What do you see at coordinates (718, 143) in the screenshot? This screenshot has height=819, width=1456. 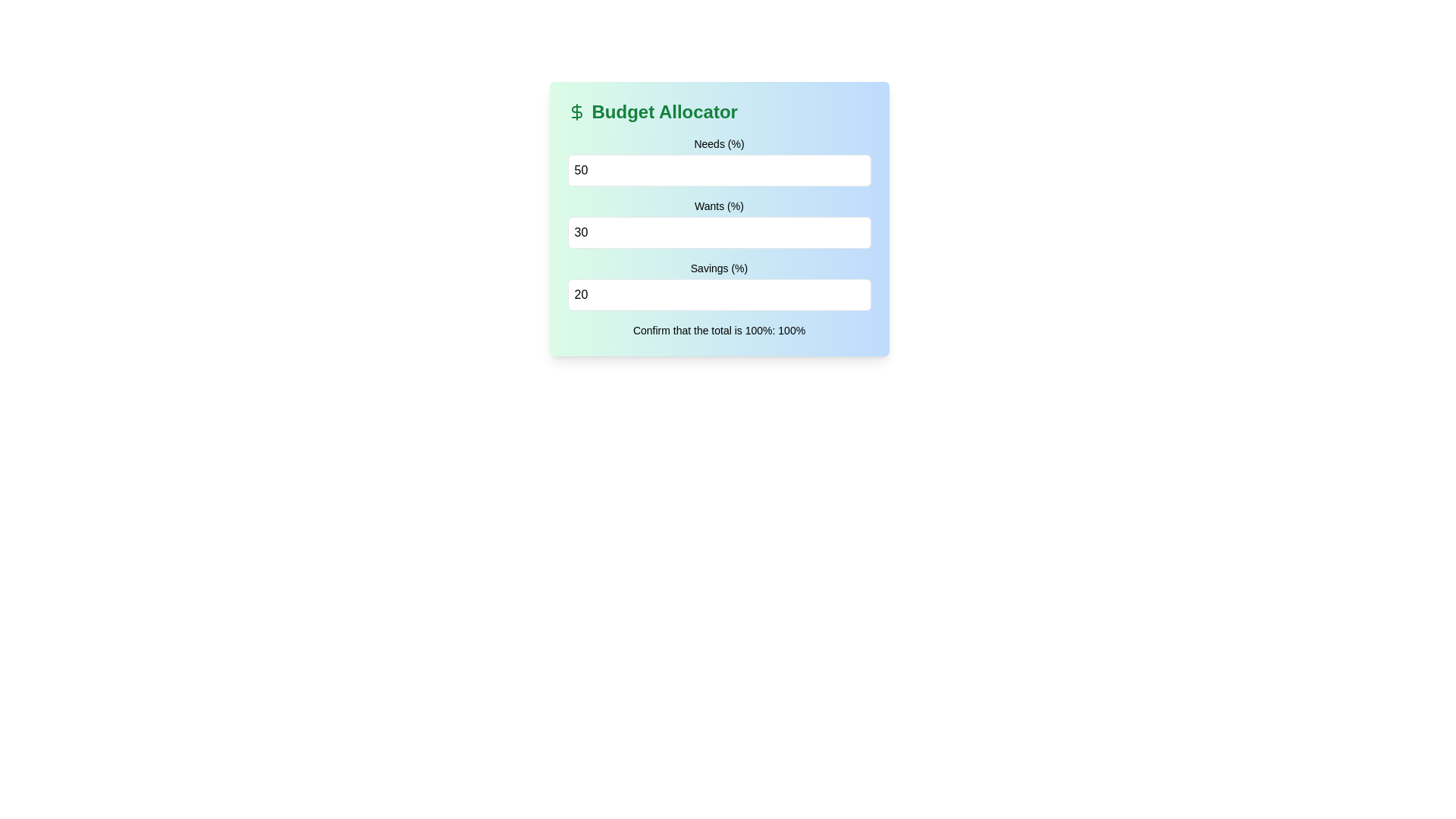 I see `the static text label displaying 'Needs (%)' which is centrally aligned in the blue section above the numerical input field labeled '50'` at bounding box center [718, 143].